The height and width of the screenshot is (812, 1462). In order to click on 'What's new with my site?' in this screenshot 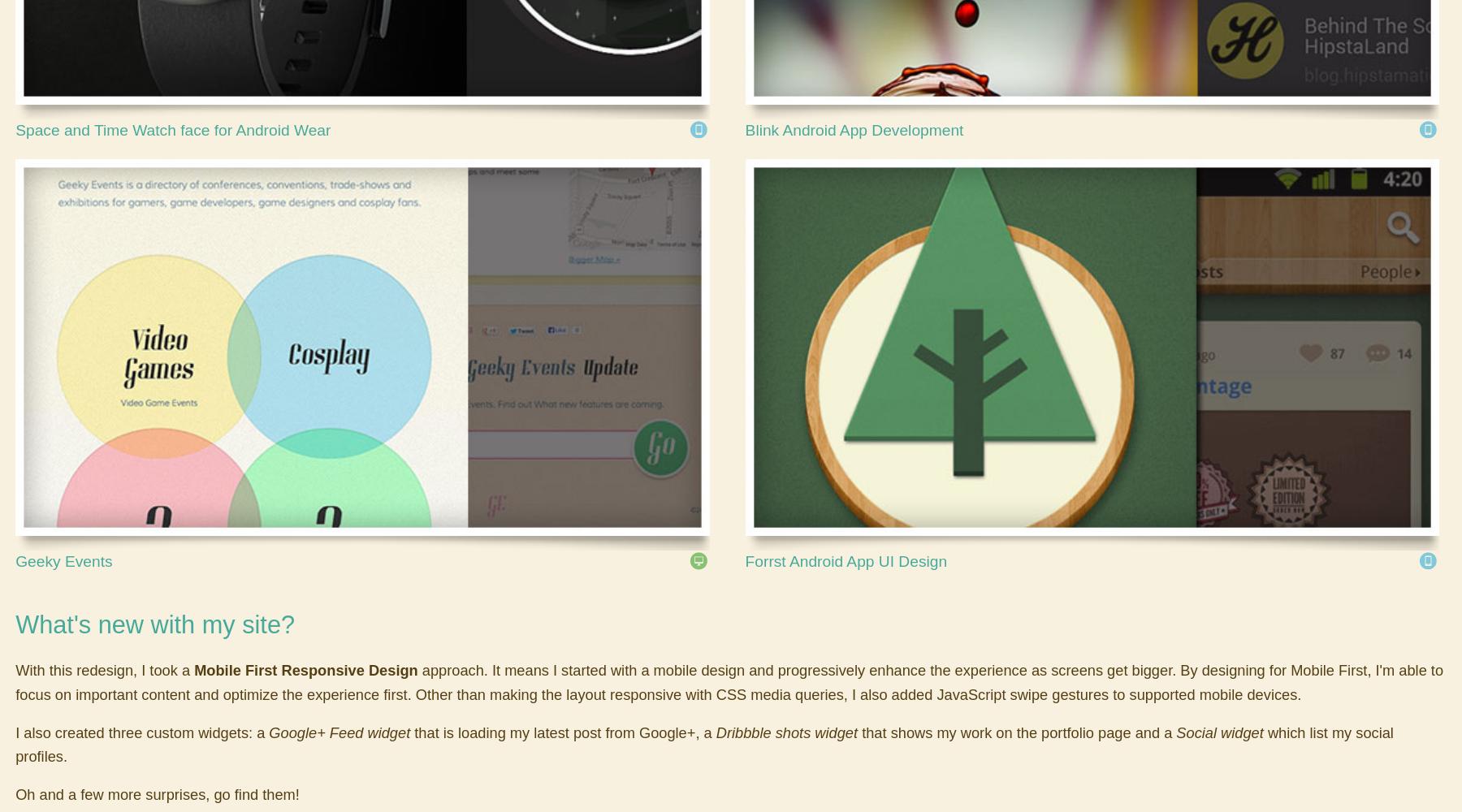, I will do `click(15, 624)`.